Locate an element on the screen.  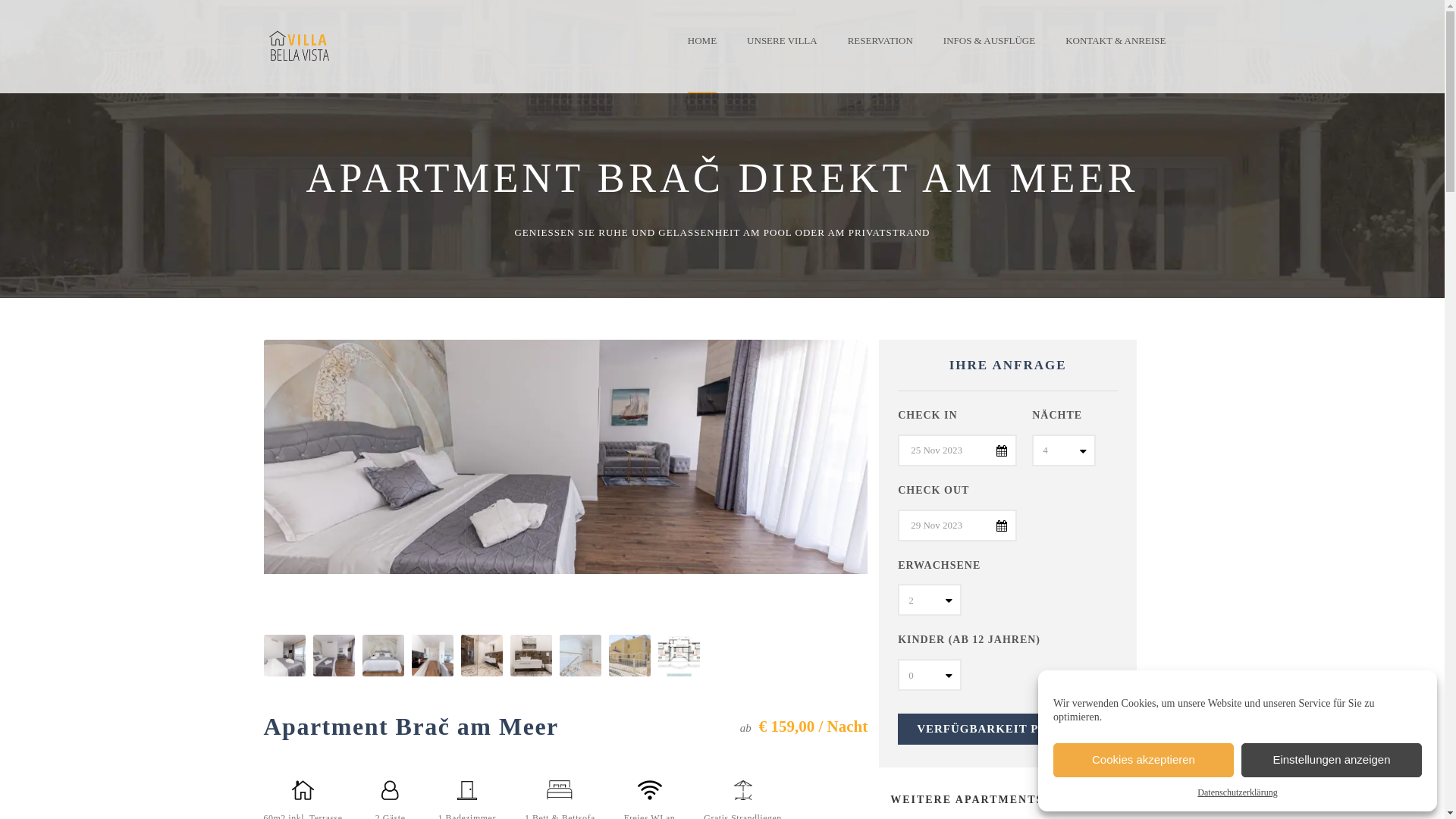
'RESERVATION' is located at coordinates (880, 52).